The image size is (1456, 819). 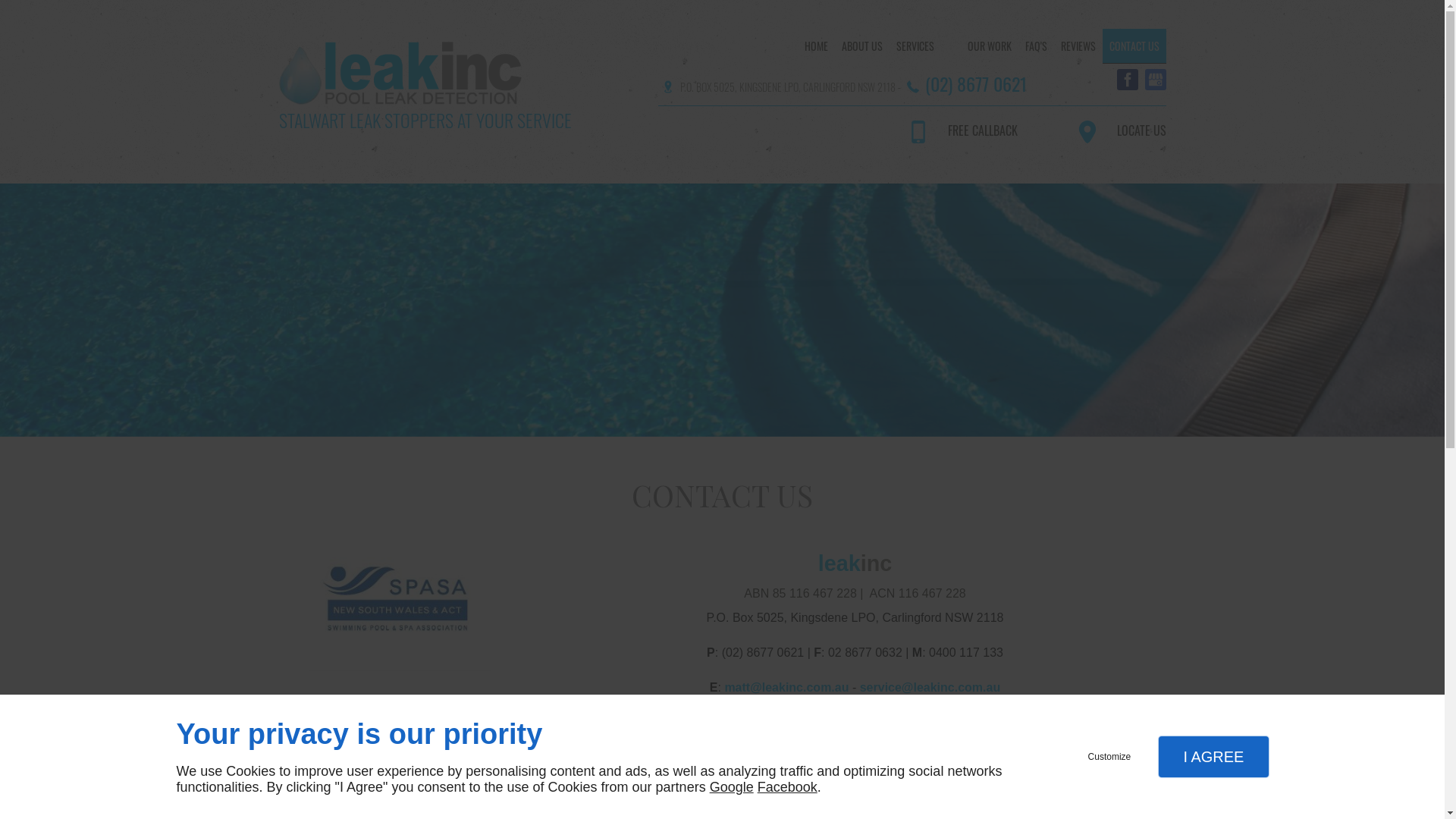 I want to click on 'service@leakinc.com.au', so click(x=929, y=687).